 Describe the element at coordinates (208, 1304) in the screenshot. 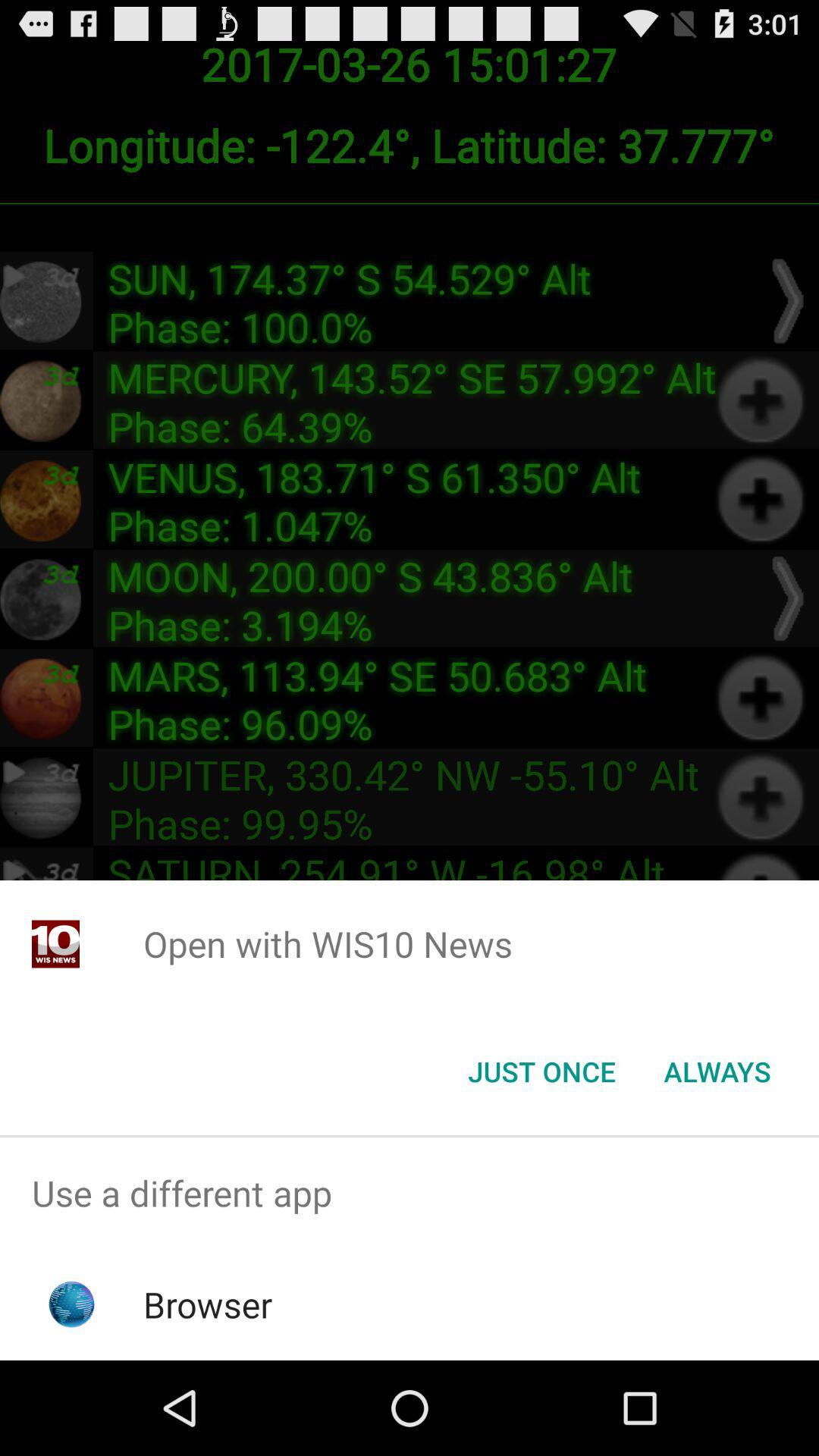

I see `browser app` at that location.